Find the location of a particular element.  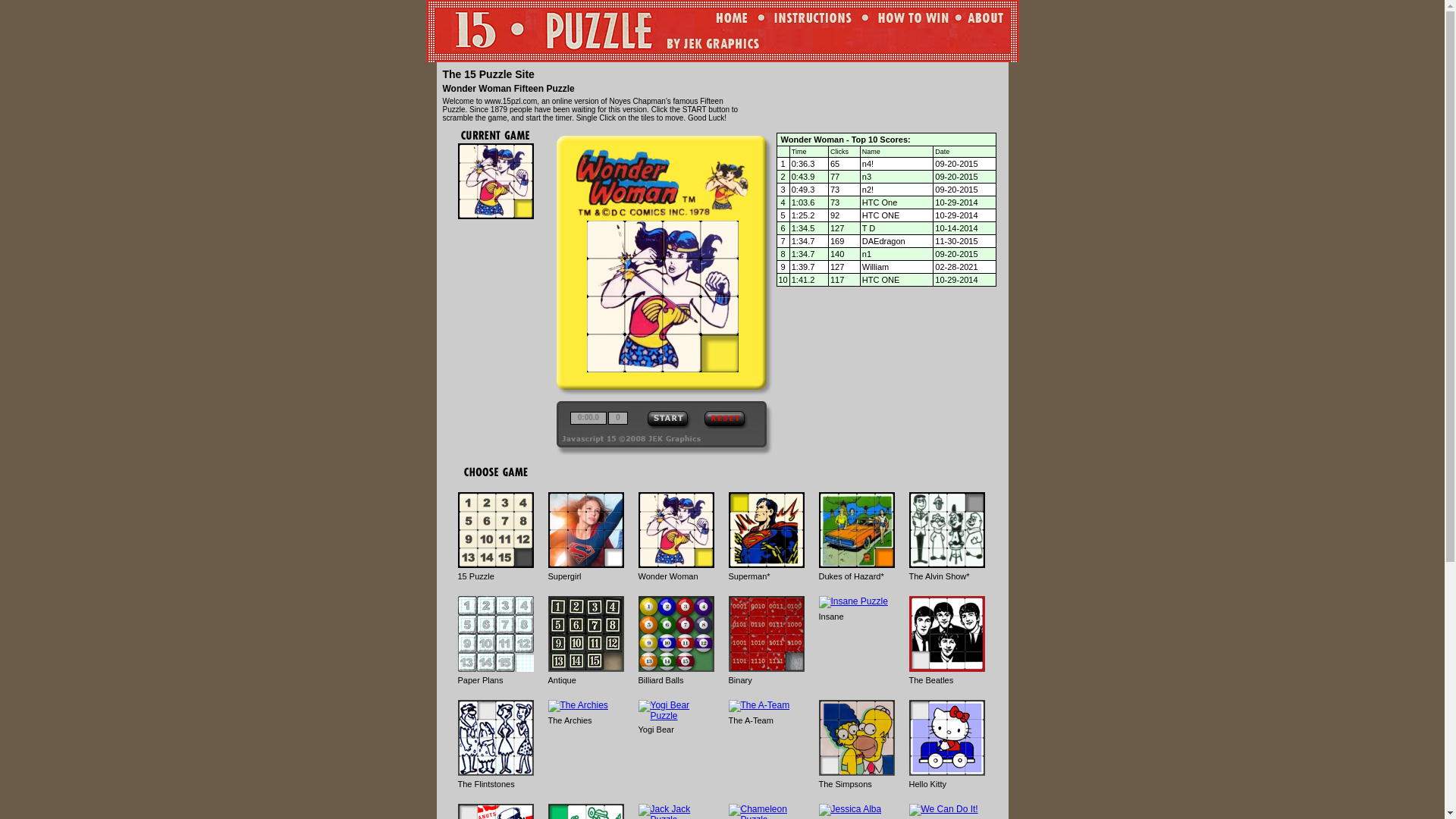

'Superman Puzzle' is located at coordinates (765, 529).